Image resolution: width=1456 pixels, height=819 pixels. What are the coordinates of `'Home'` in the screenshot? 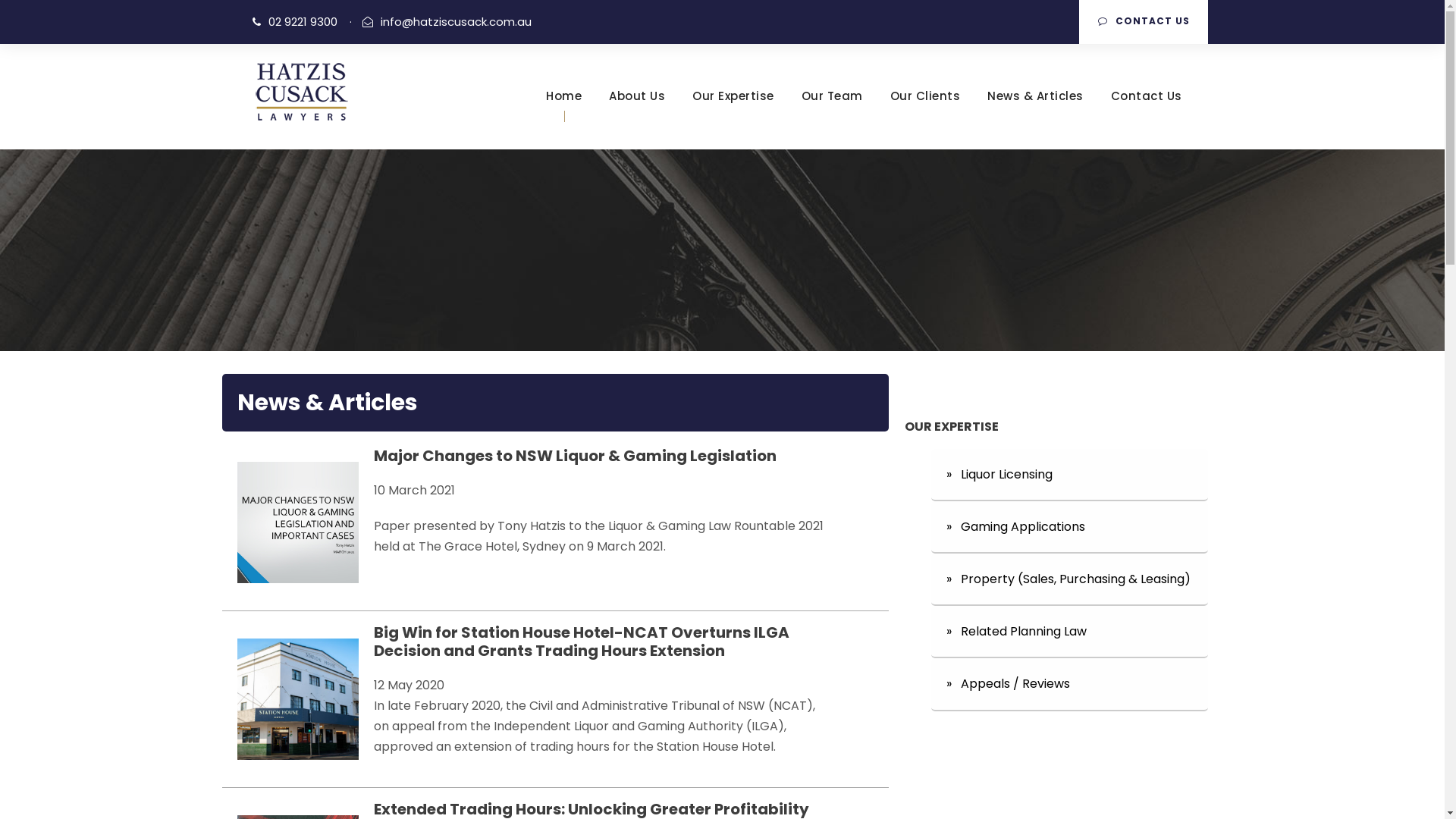 It's located at (563, 117).